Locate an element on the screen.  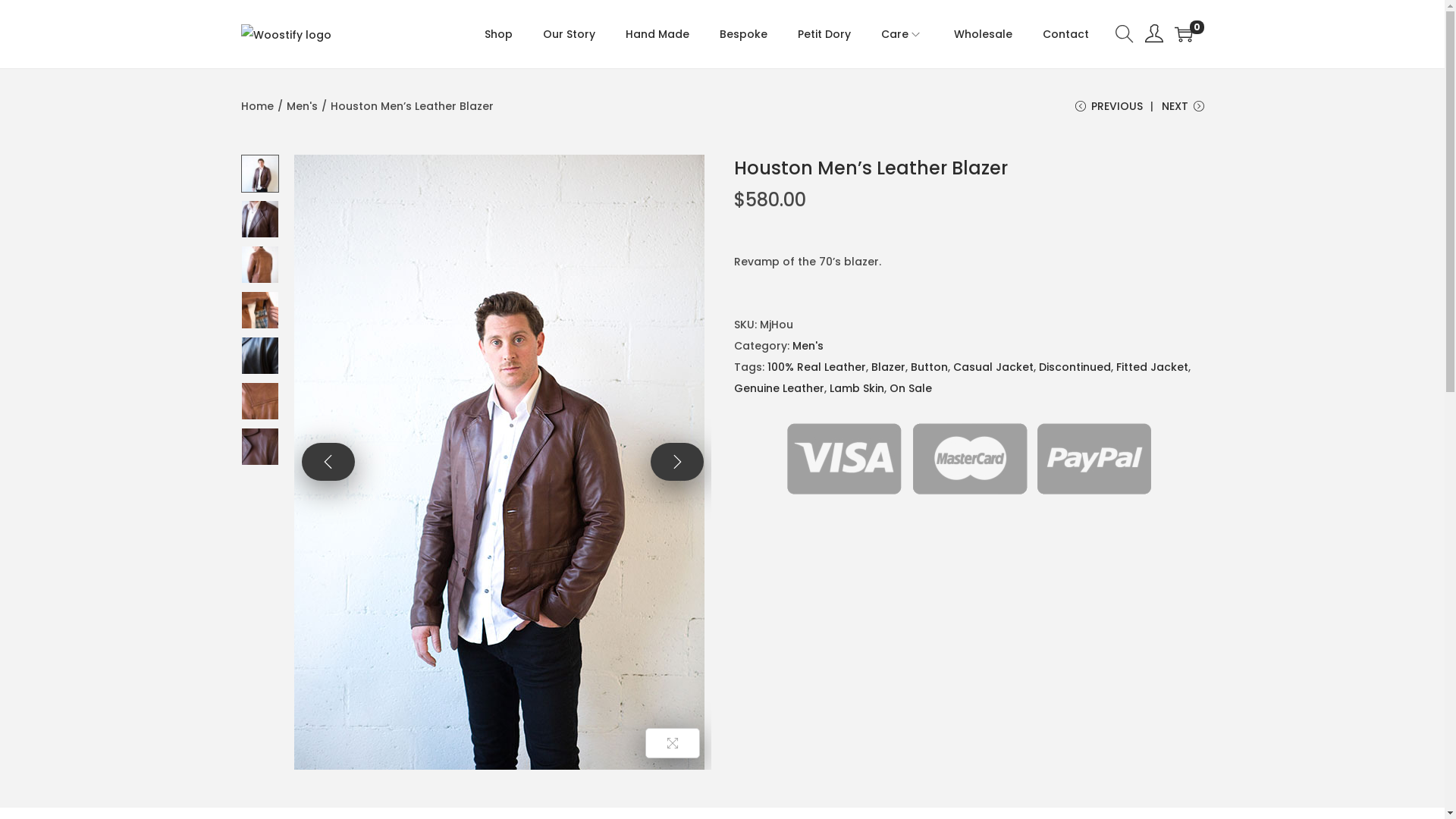
'Casual Jacket' is located at coordinates (993, 366).